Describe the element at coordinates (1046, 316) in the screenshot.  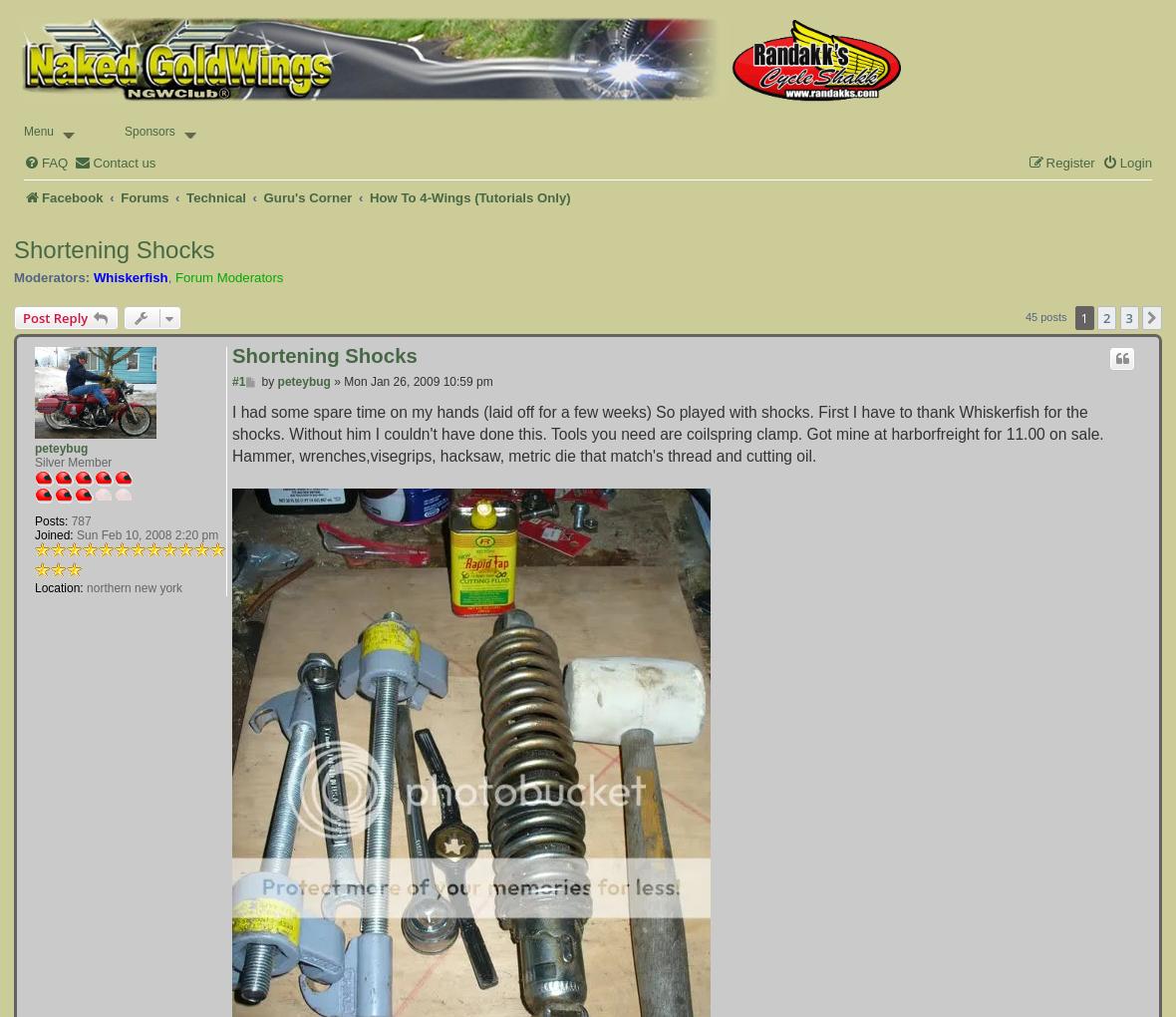
I see `'45 posts'` at that location.